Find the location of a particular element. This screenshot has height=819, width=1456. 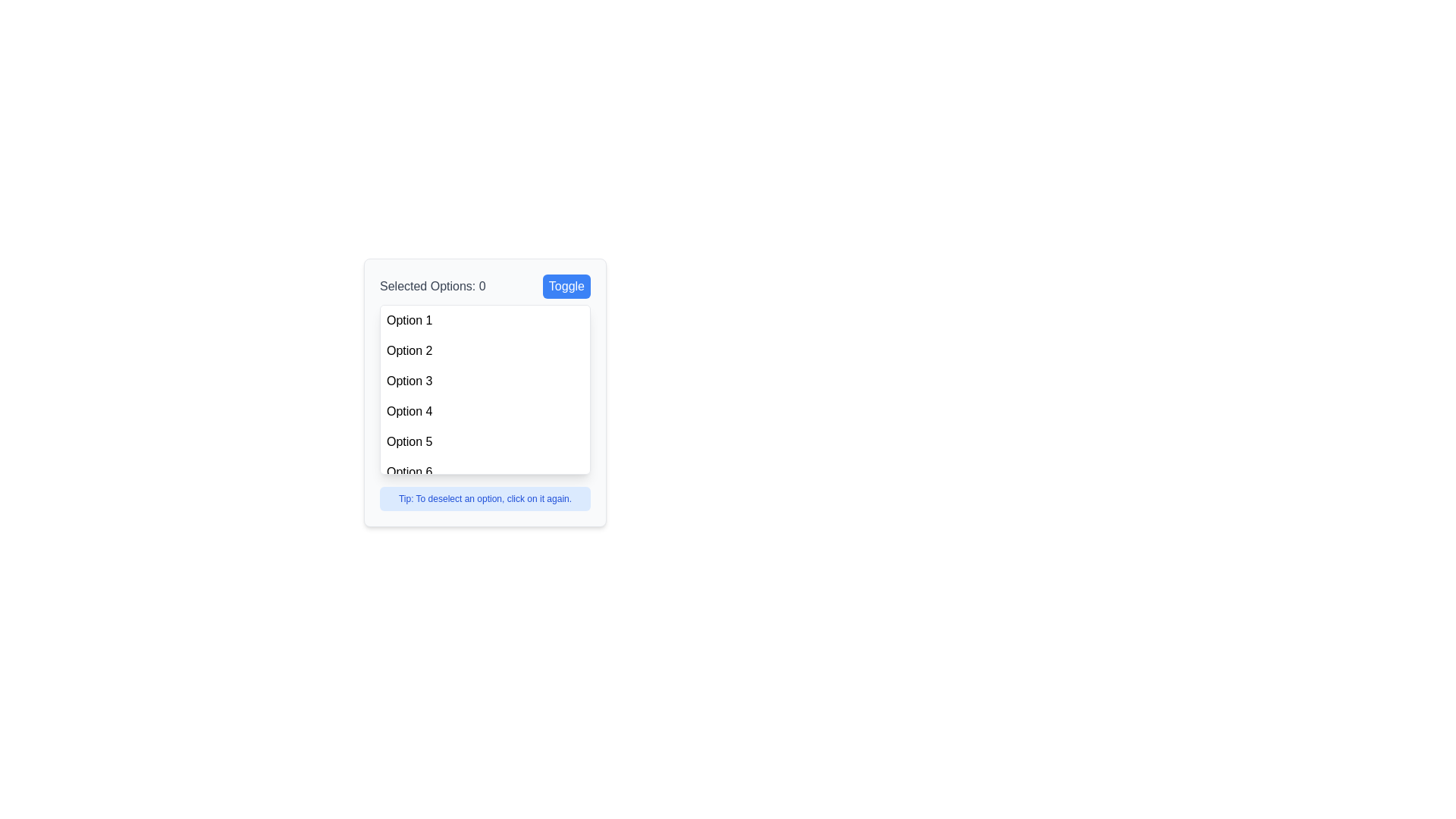

the text label that displays 'Option 5', which is the fifth option in a dropdown list is located at coordinates (409, 441).